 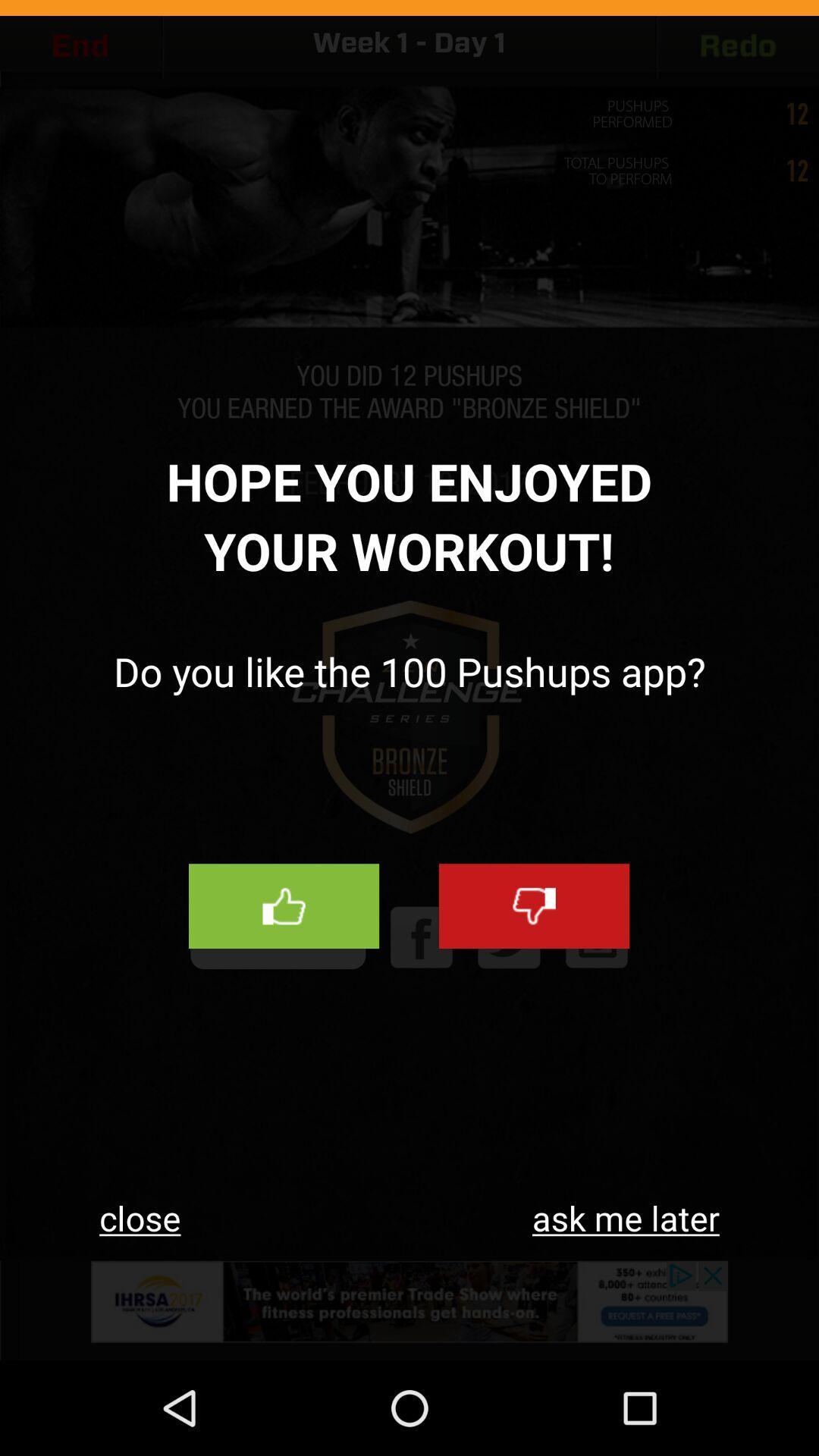 I want to click on dislike button, so click(x=533, y=906).